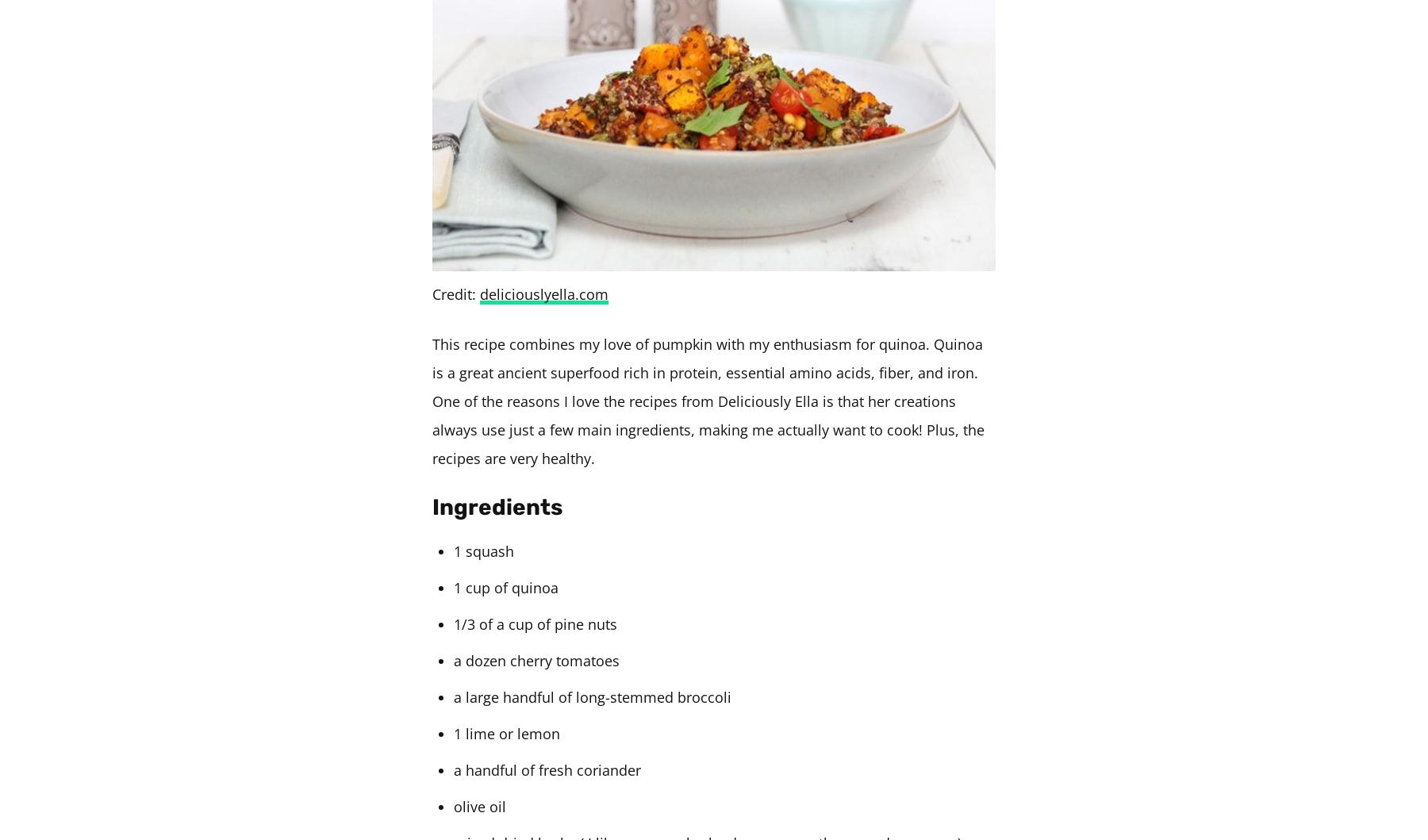 The width and height of the screenshot is (1428, 840). What do you see at coordinates (454, 805) in the screenshot?
I see `'olive oil'` at bounding box center [454, 805].